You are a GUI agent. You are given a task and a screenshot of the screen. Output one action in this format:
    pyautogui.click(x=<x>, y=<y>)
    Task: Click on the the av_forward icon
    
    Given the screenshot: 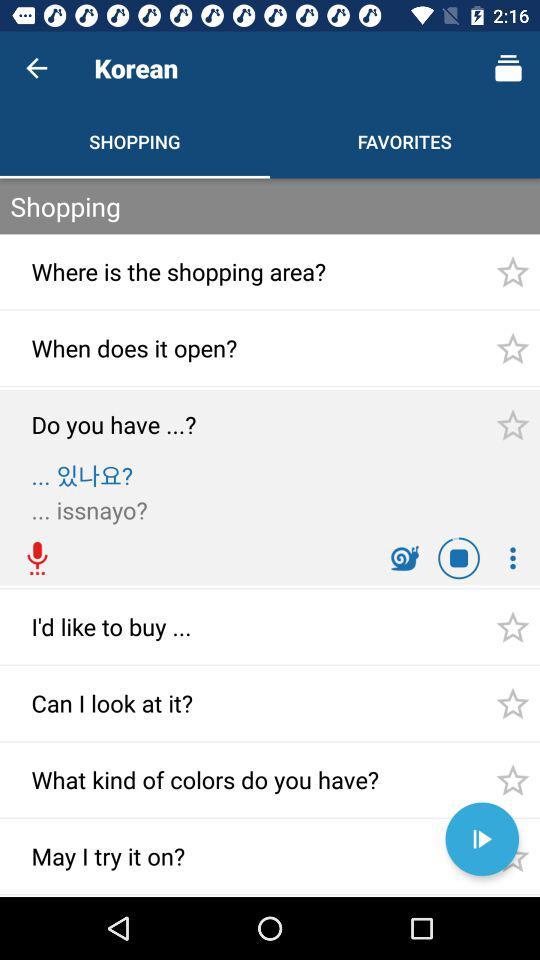 What is the action you would take?
    pyautogui.click(x=481, y=839)
    